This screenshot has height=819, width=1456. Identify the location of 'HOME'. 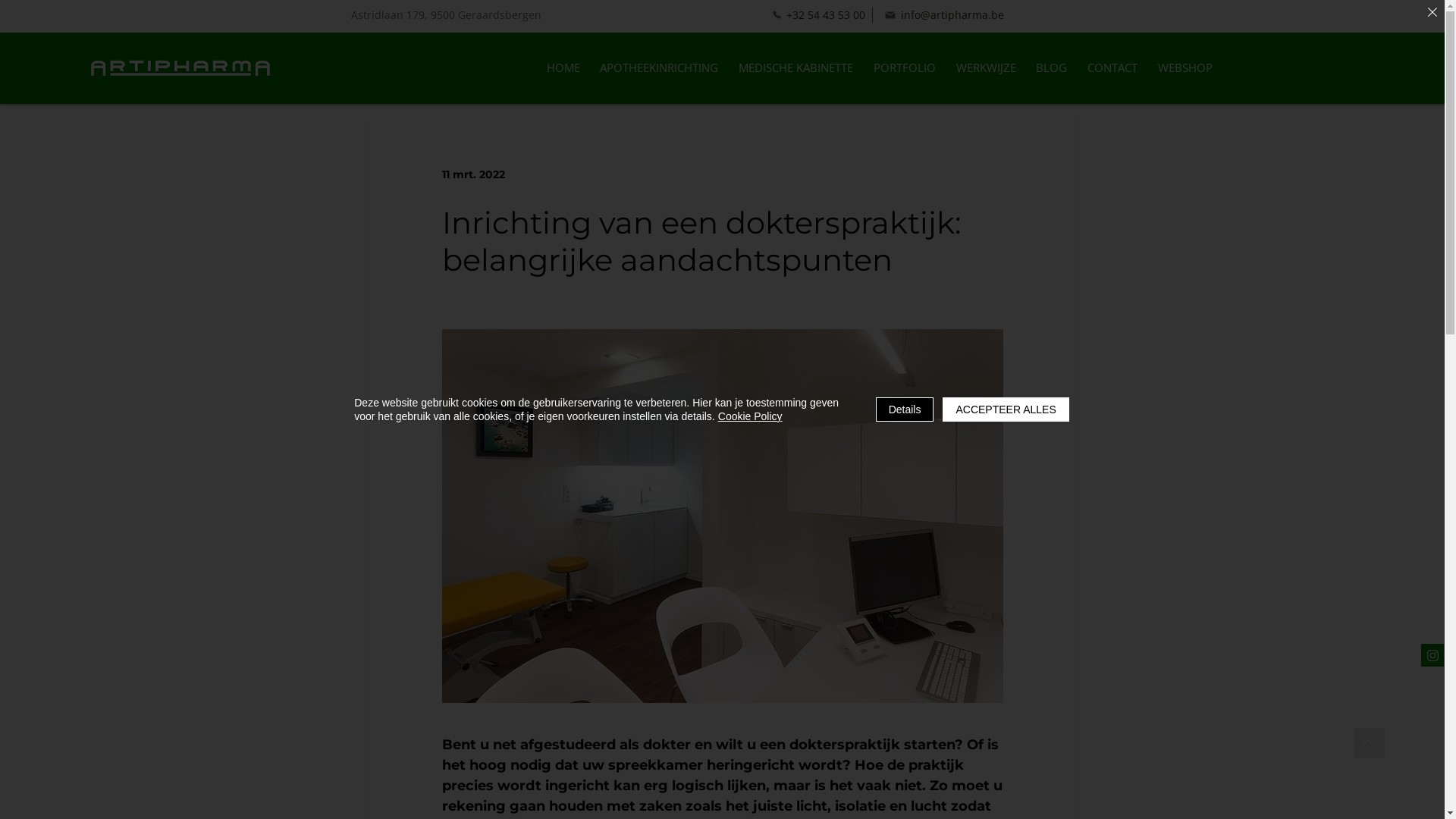
(562, 67).